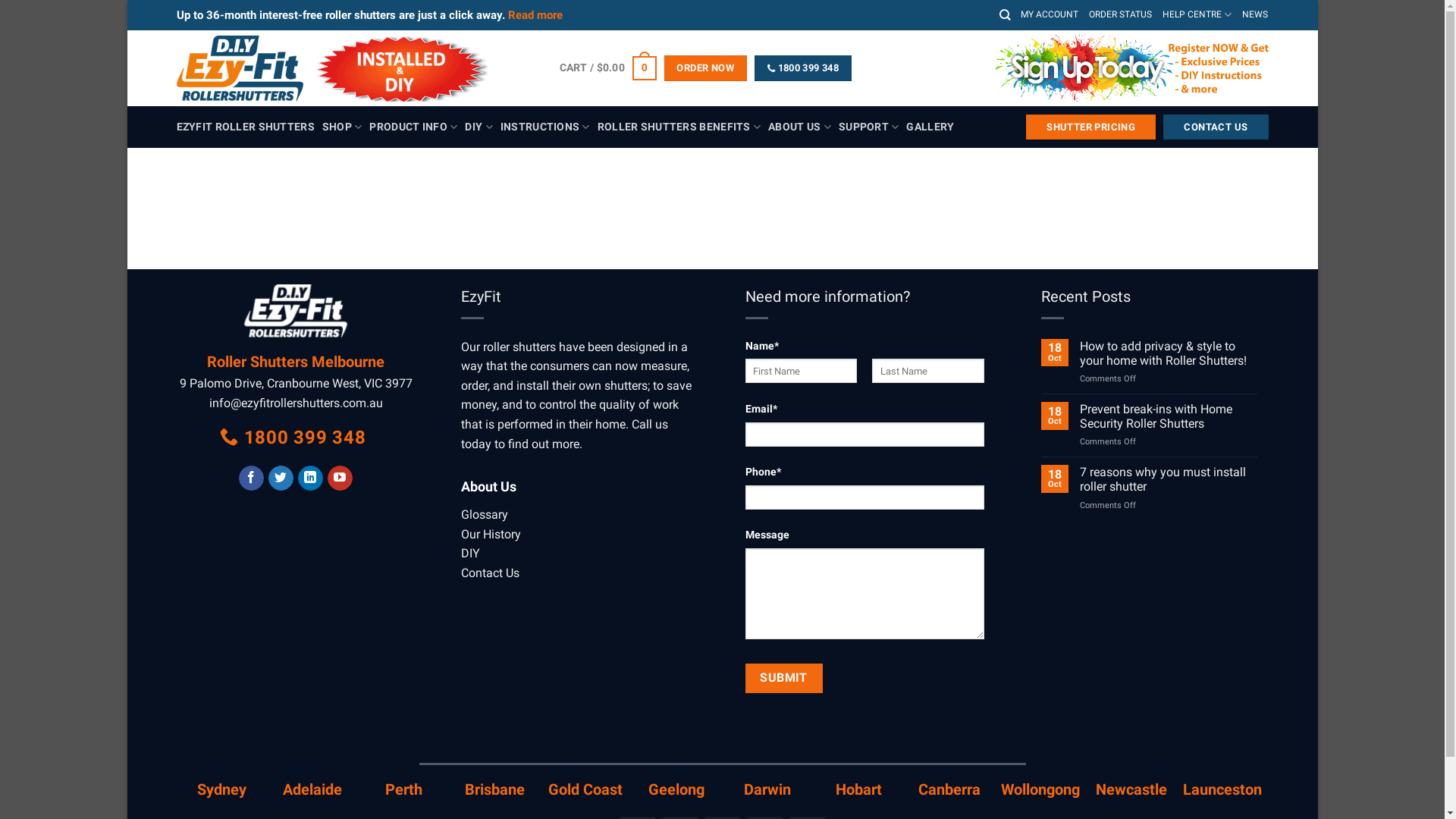  I want to click on 'Follow on YouTube', so click(339, 479).